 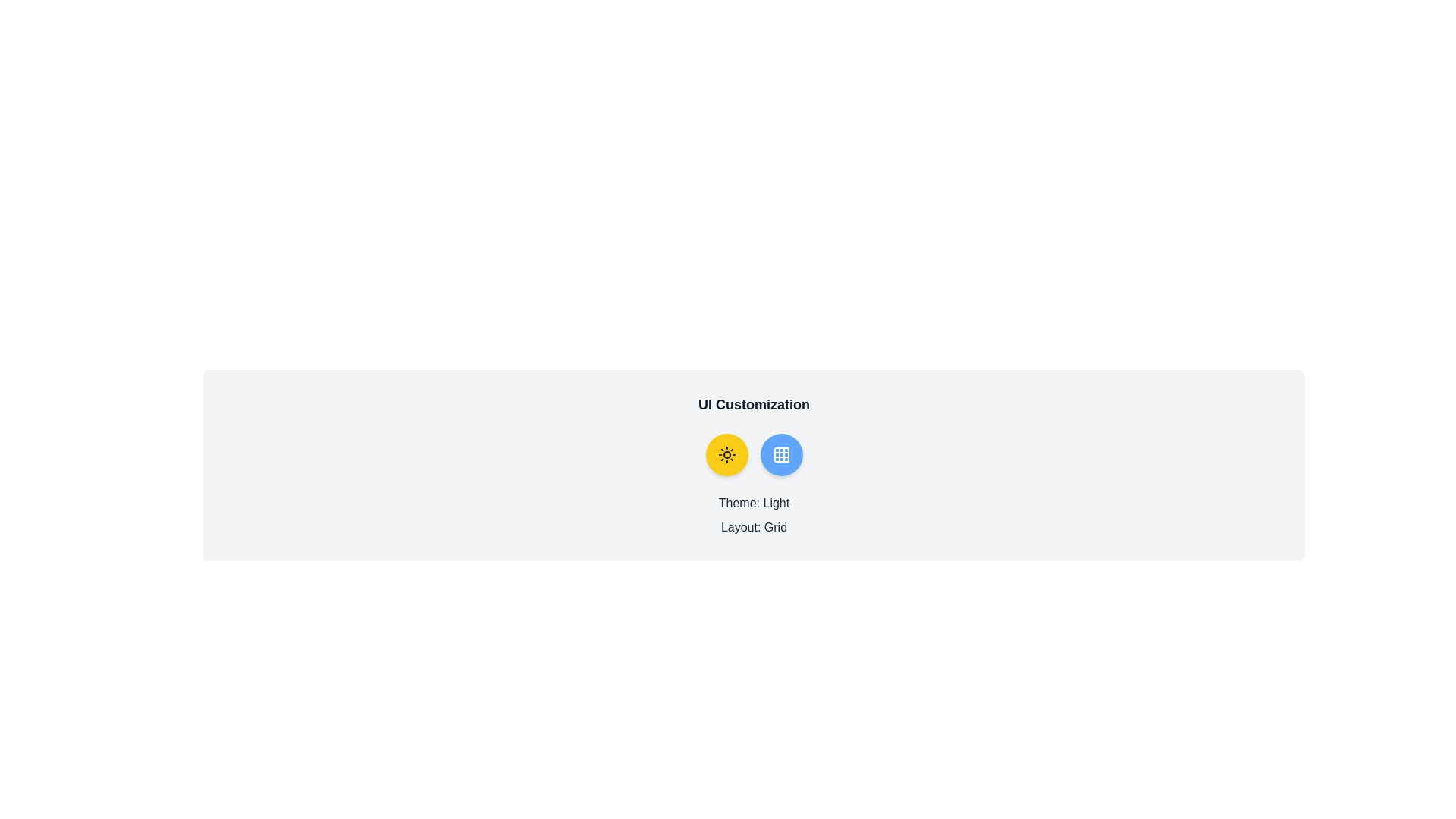 What do you see at coordinates (781, 454) in the screenshot?
I see `the non-interactive graphical element located at the center of the 3x3 grid icon used for UI customization settings` at bounding box center [781, 454].